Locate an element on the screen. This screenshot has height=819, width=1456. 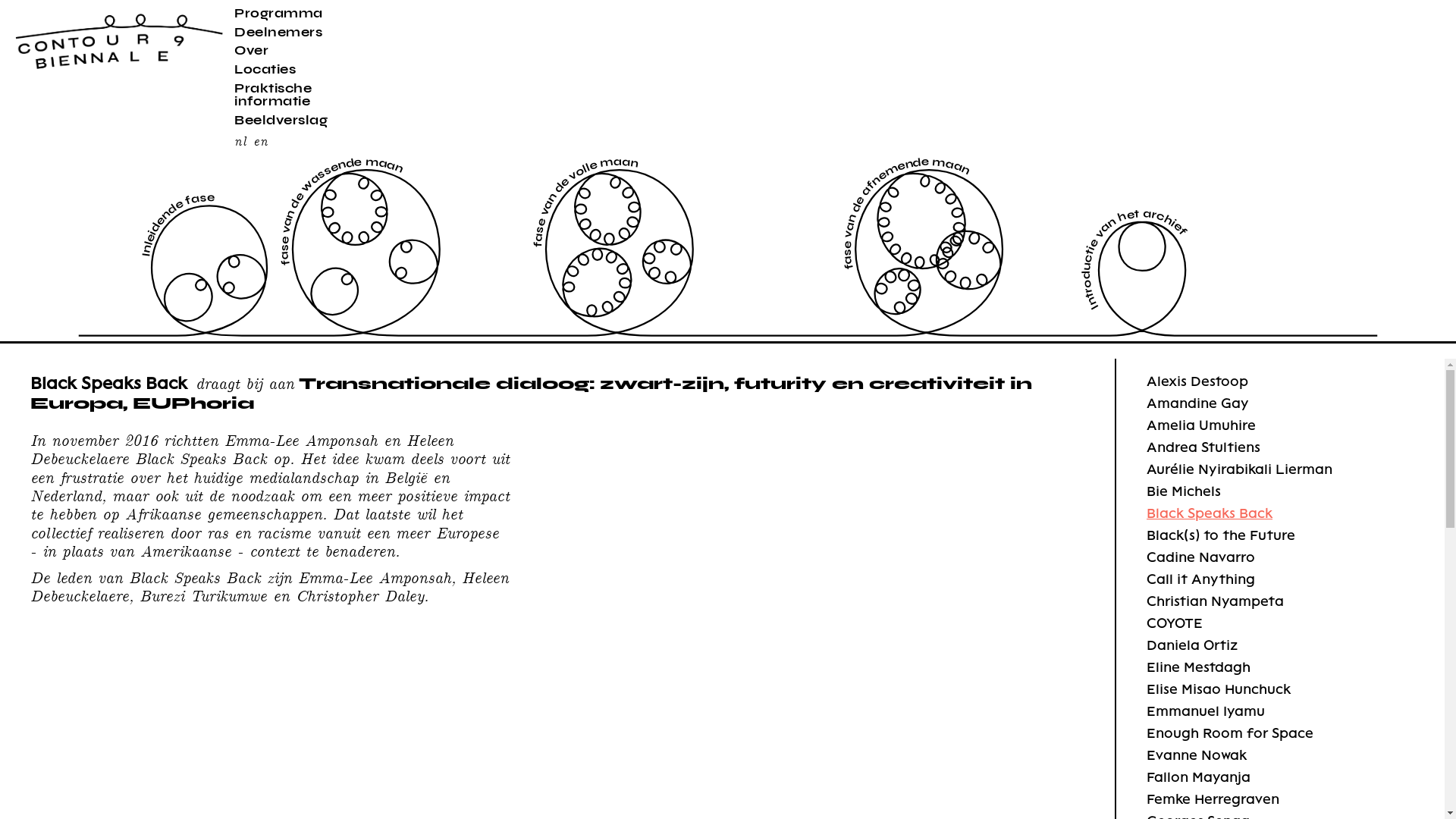
'Black(s) to the Future' is located at coordinates (1220, 534).